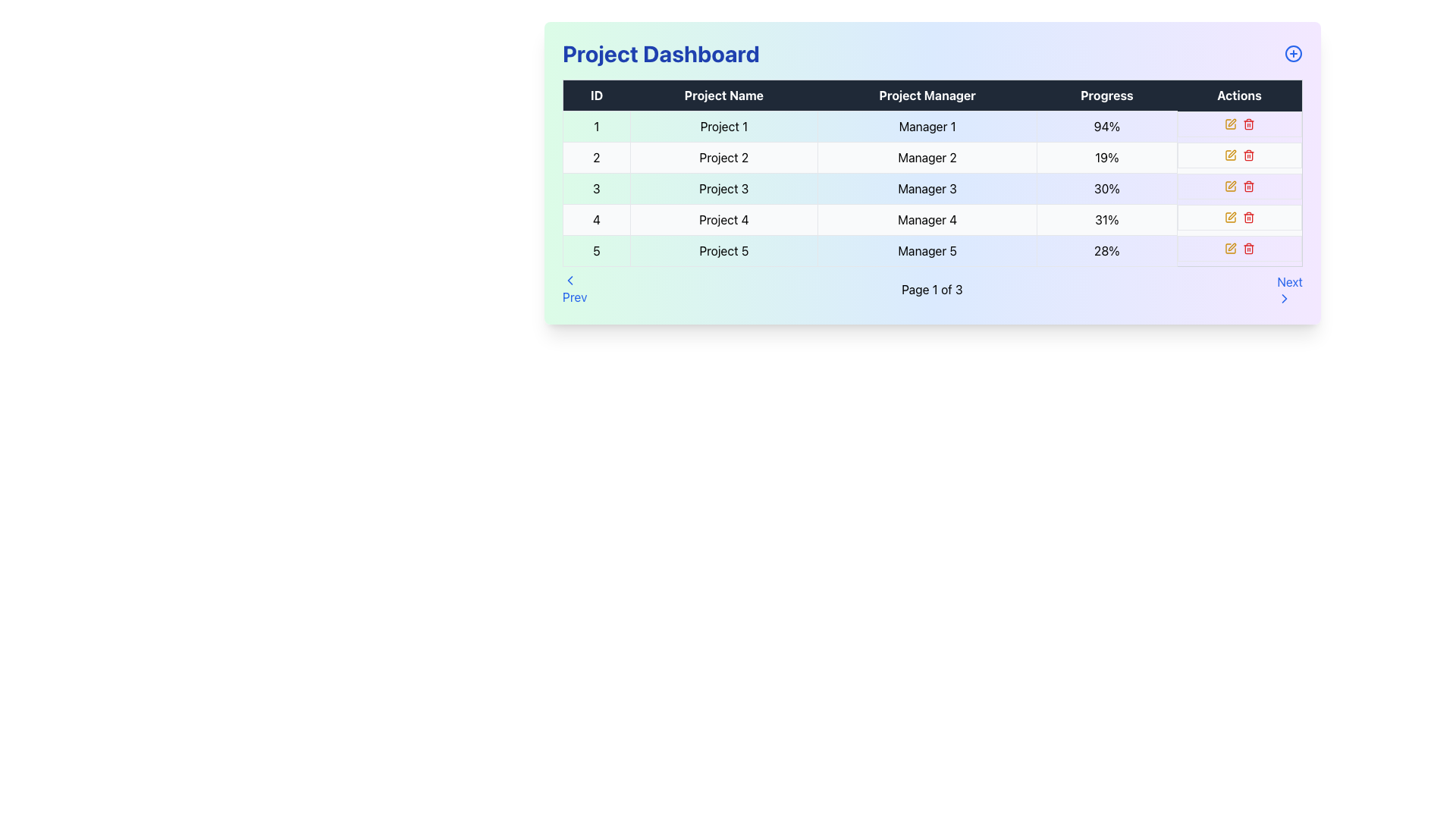 Image resolution: width=1456 pixels, height=819 pixels. Describe the element at coordinates (927, 250) in the screenshot. I see `the Text Display Cell that shows the manager assigned to 'Project 5', located in the 'Project Manager' column and the 5th row of the table` at that location.